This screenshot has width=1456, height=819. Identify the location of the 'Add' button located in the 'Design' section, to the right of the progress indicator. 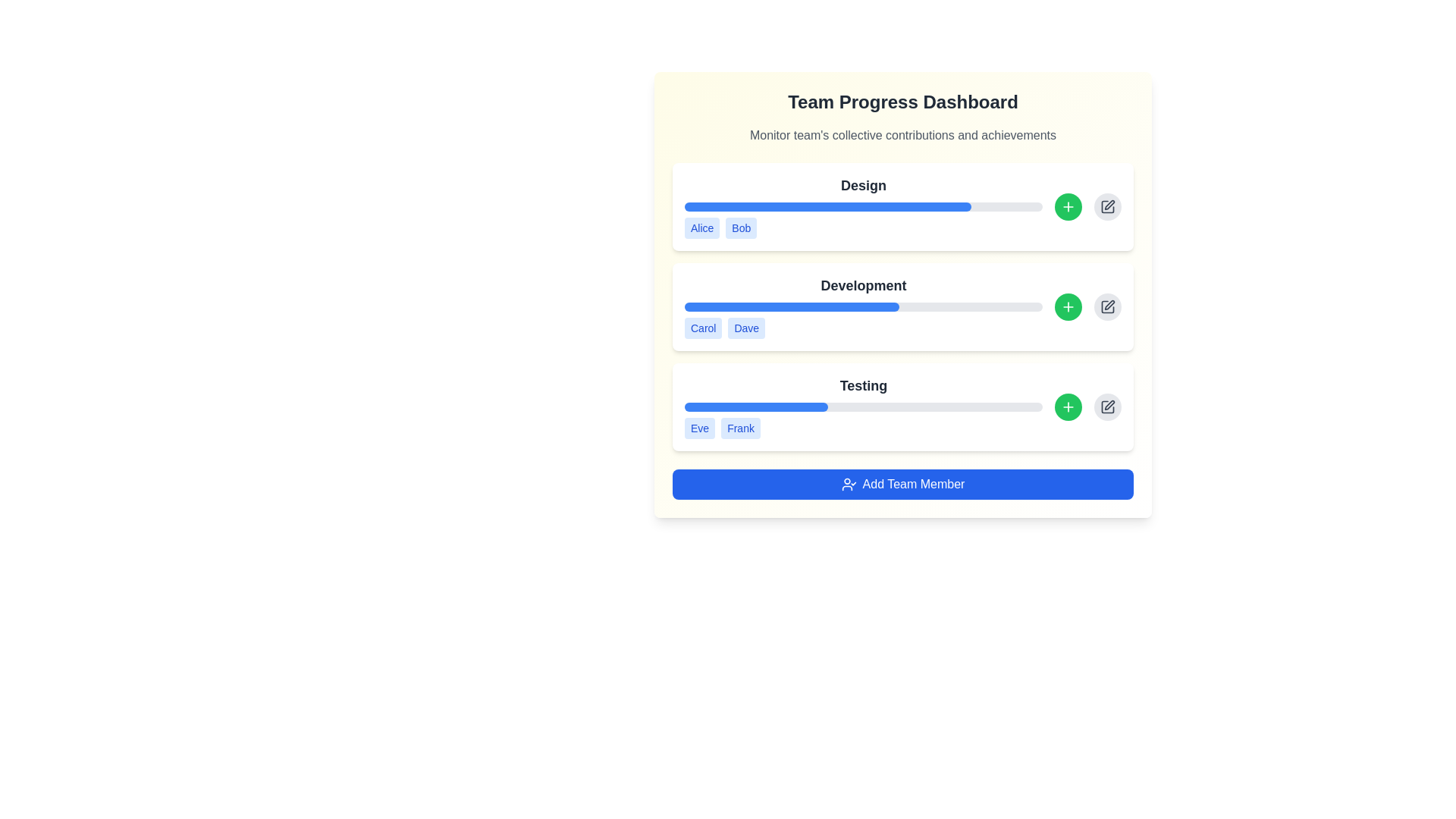
(1068, 207).